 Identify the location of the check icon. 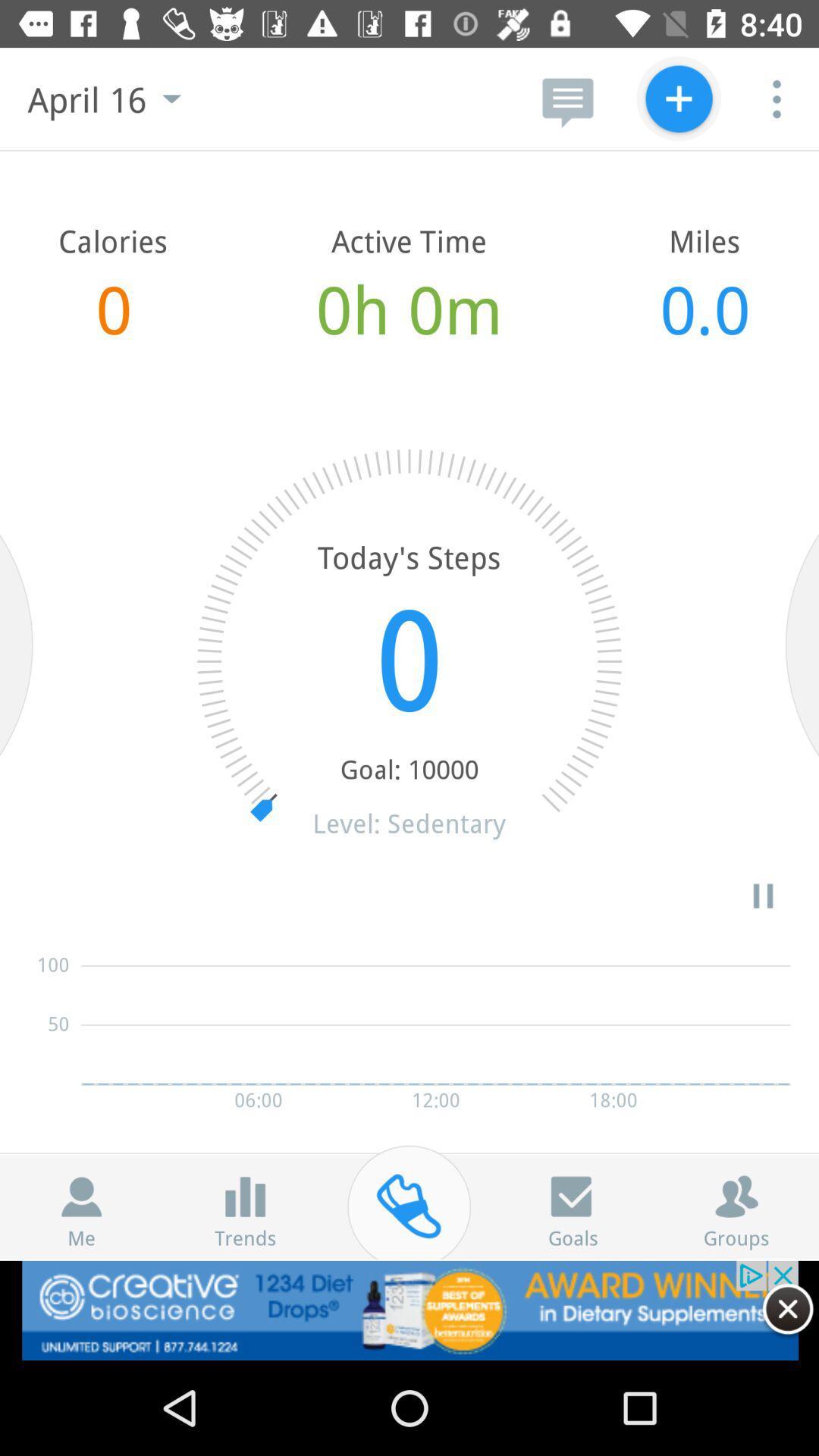
(573, 1196).